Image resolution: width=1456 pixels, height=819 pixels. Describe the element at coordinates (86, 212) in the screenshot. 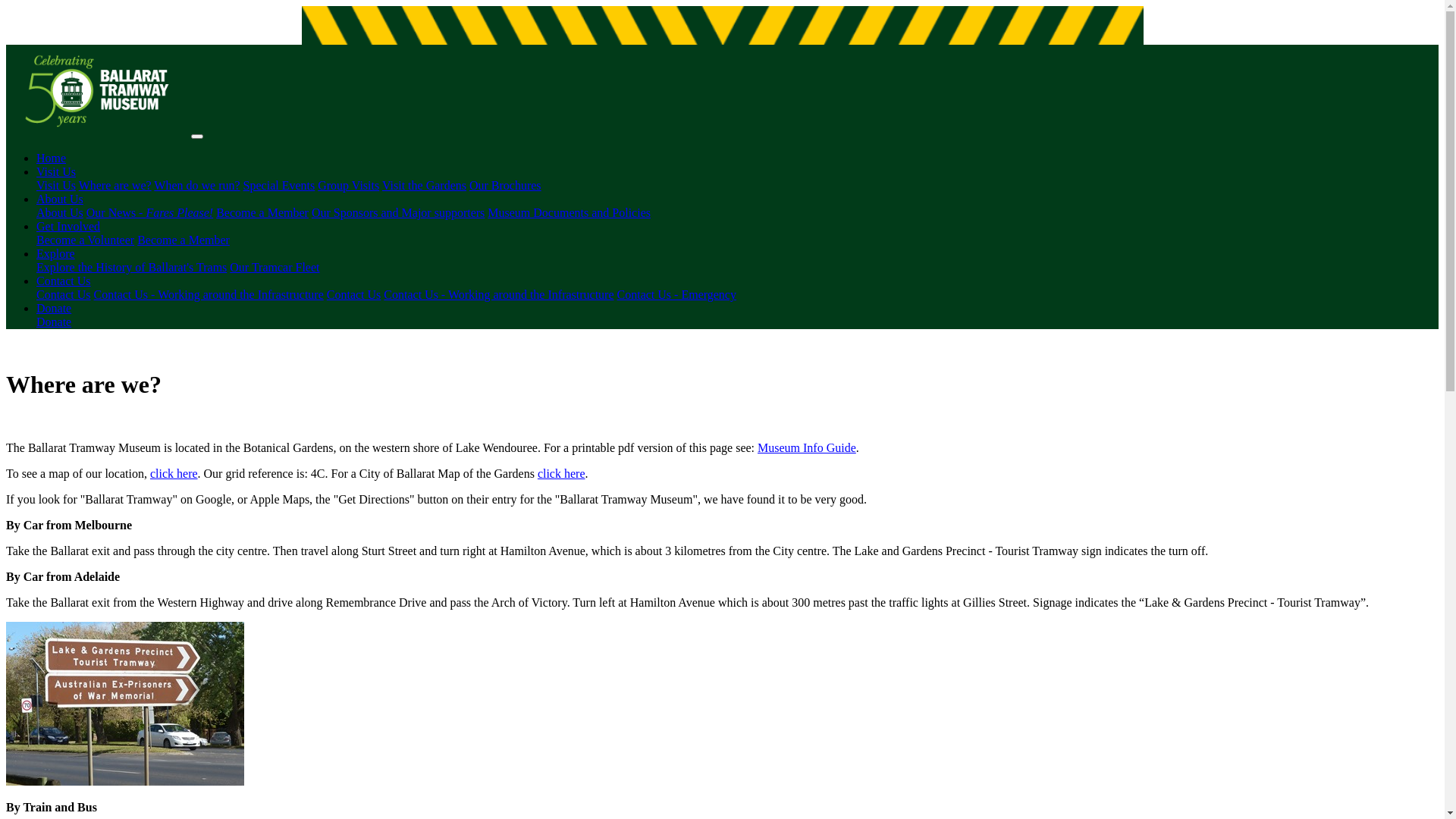

I see `'Our News - Fares Please!'` at that location.